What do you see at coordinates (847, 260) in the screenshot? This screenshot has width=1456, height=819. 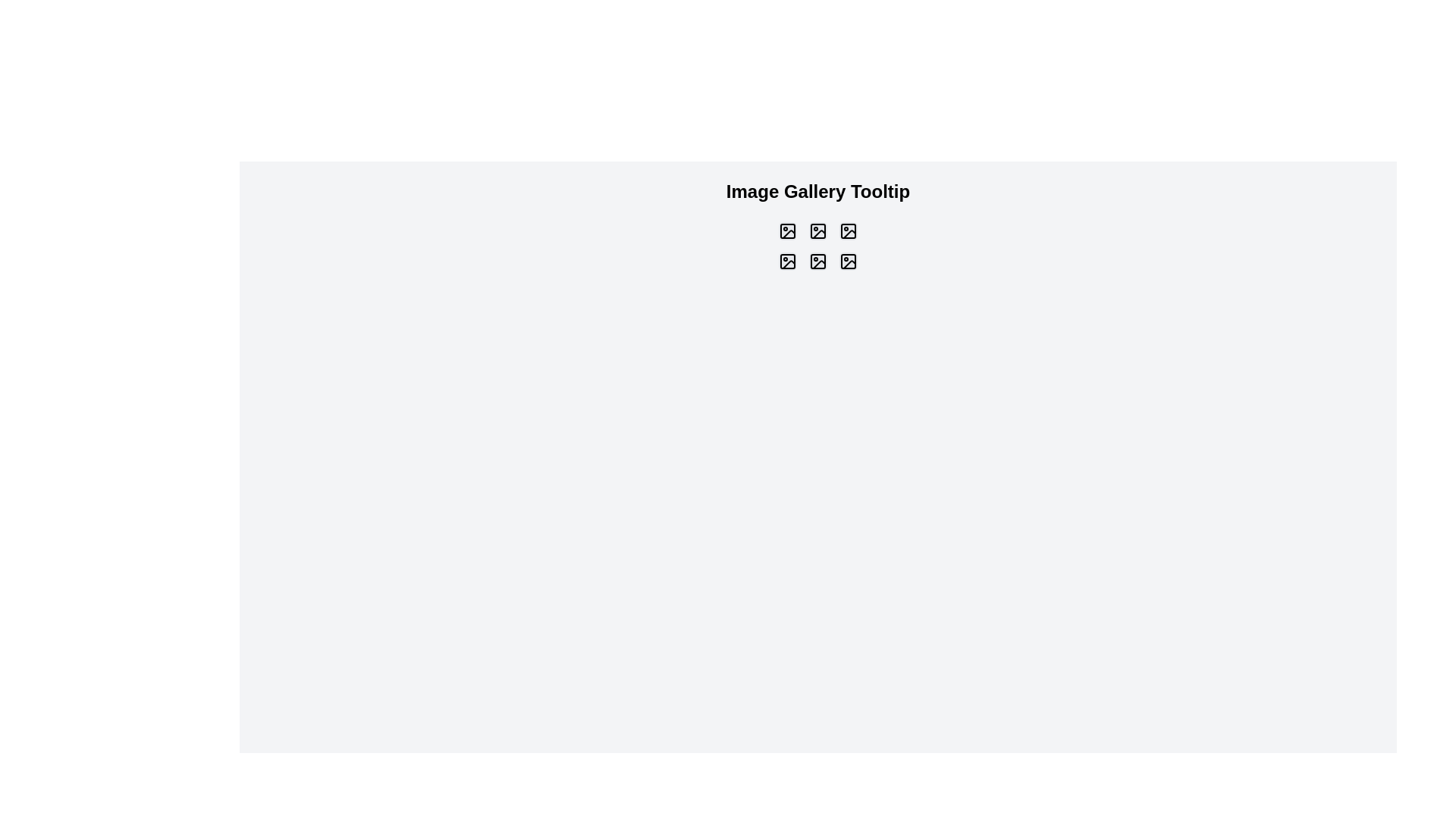 I see `the SVG rectangle icon part, which serves as a decorative or functional outline of a picture, located at the bottom-right of a grid of icons` at bounding box center [847, 260].